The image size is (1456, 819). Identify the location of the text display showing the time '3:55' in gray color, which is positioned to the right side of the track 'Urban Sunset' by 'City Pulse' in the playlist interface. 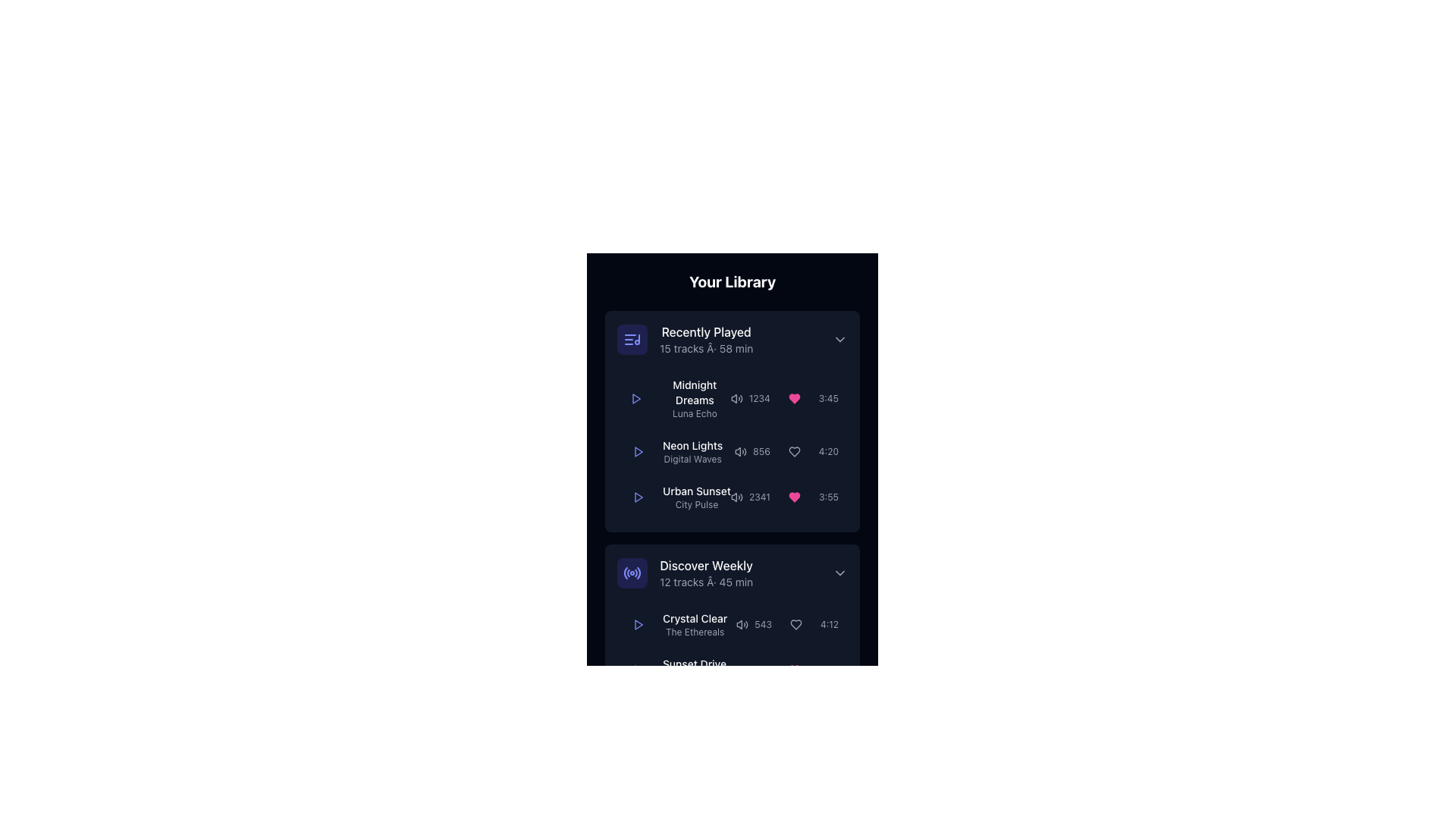
(827, 497).